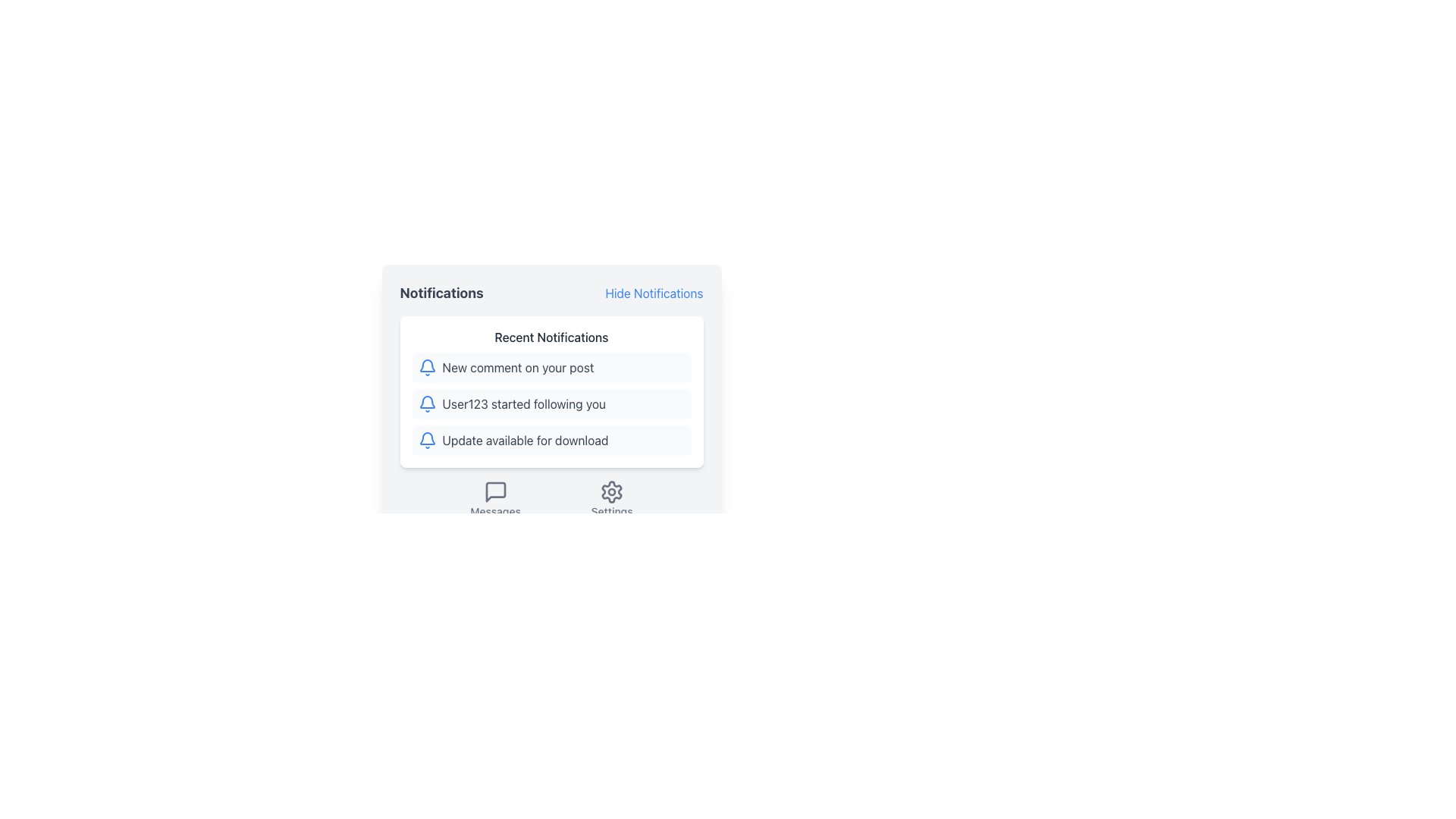  Describe the element at coordinates (612, 500) in the screenshot. I see `the settings button located at the bottom right of the interface` at that location.